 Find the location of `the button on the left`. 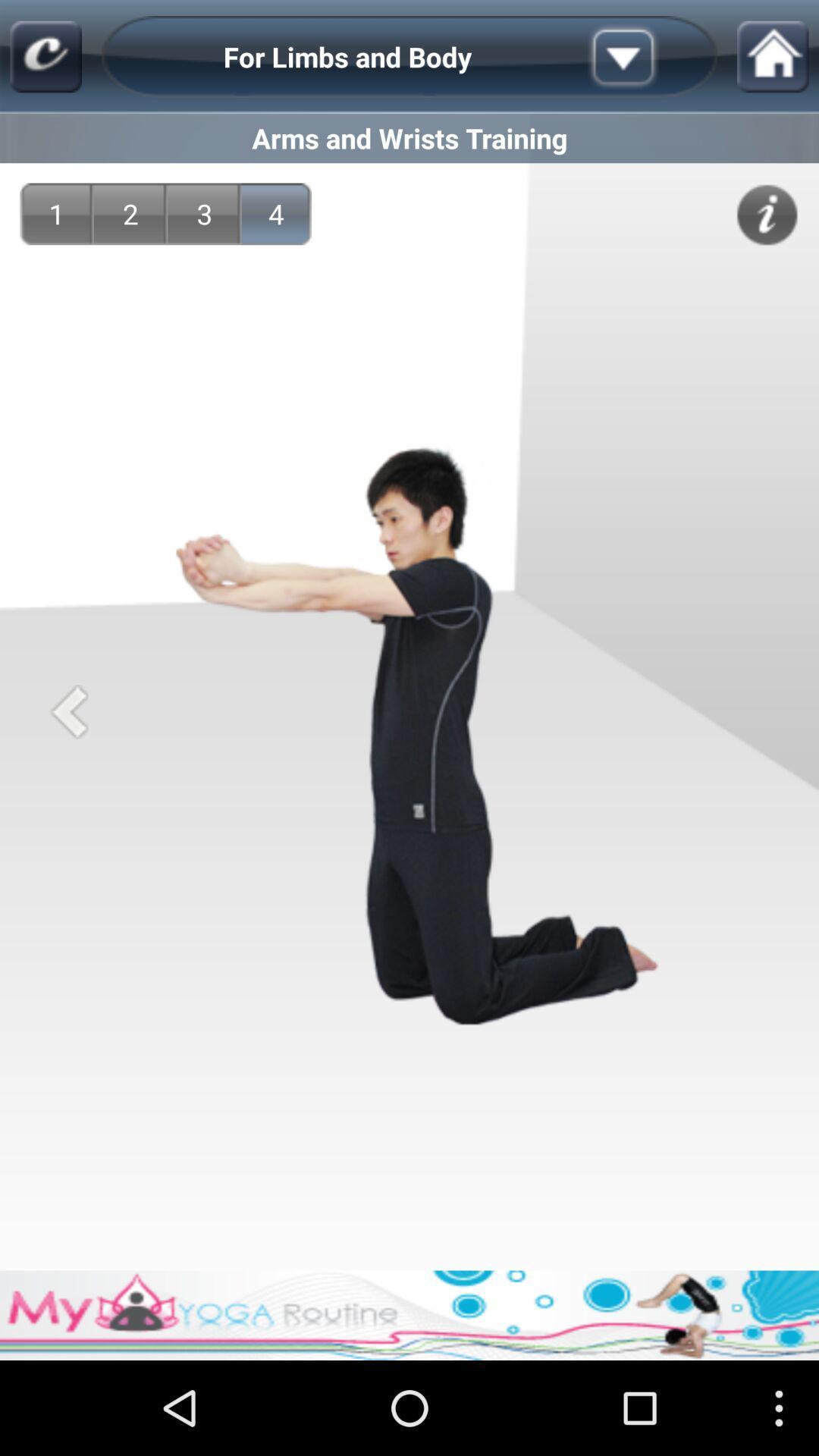

the button on the left is located at coordinates (69, 711).